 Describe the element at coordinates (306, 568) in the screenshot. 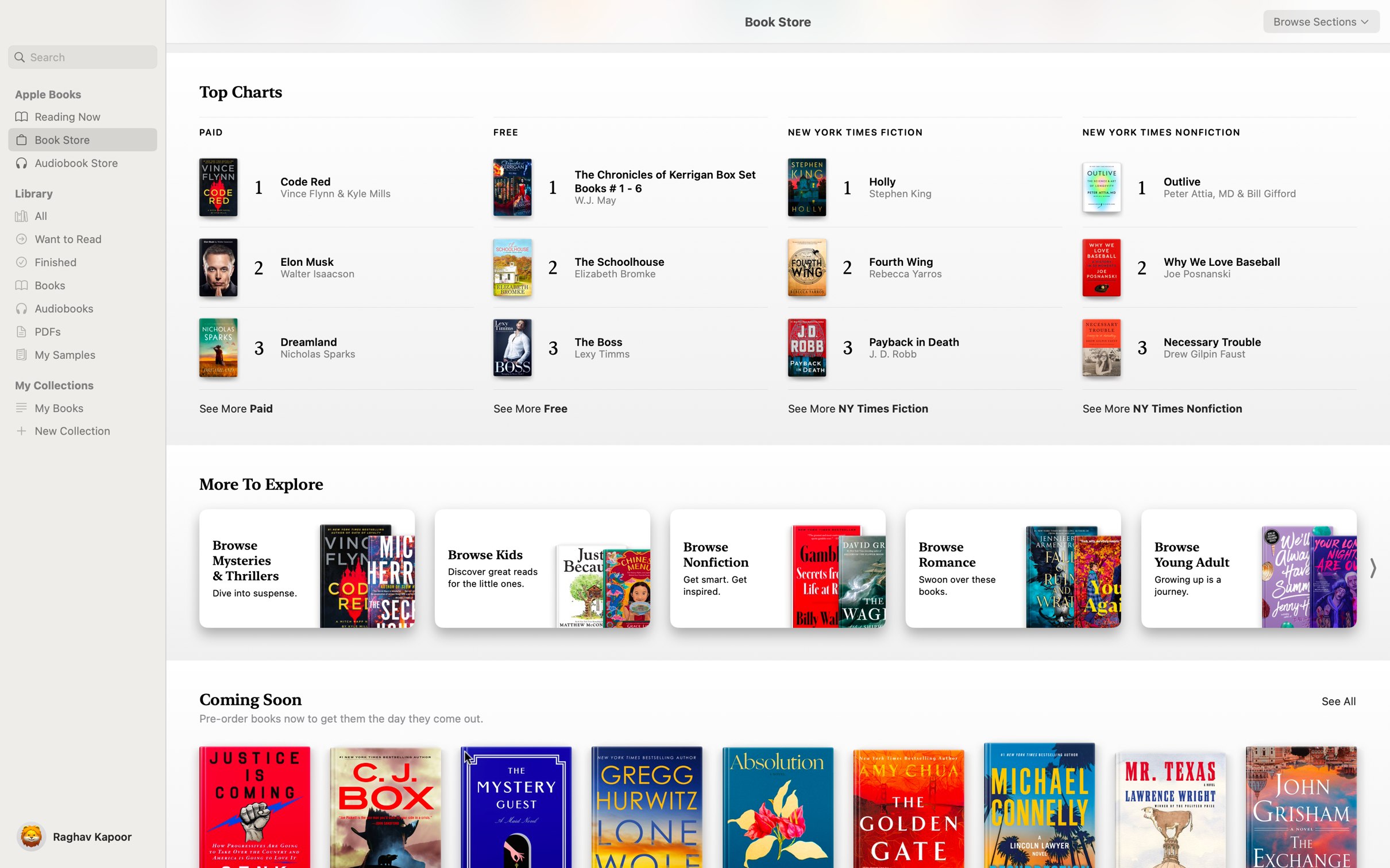

I see `Browse Mystery Books from "More to Explore" section` at that location.